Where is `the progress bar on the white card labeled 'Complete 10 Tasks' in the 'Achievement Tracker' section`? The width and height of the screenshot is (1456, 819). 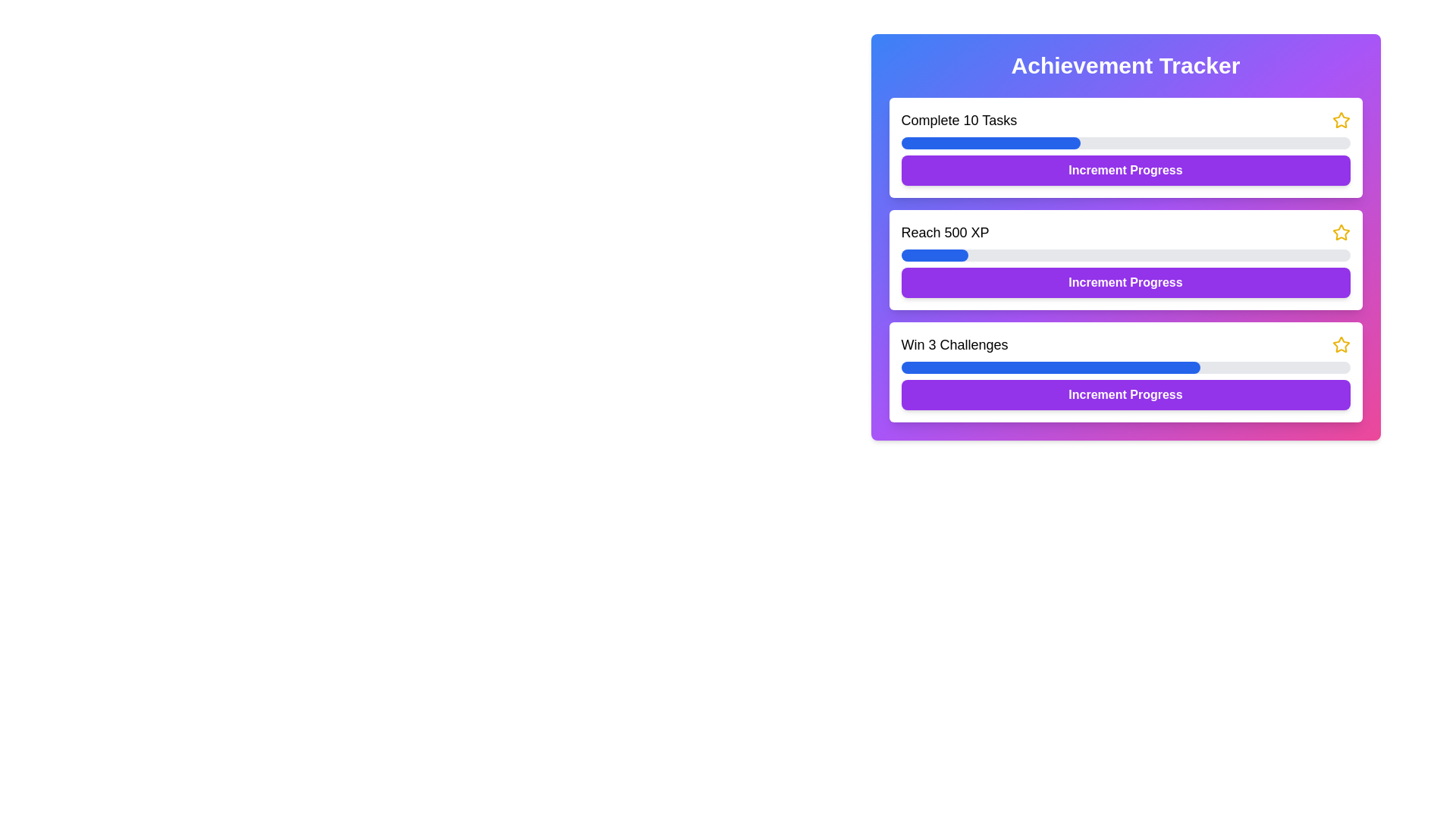 the progress bar on the white card labeled 'Complete 10 Tasks' in the 'Achievement Tracker' section is located at coordinates (1125, 148).